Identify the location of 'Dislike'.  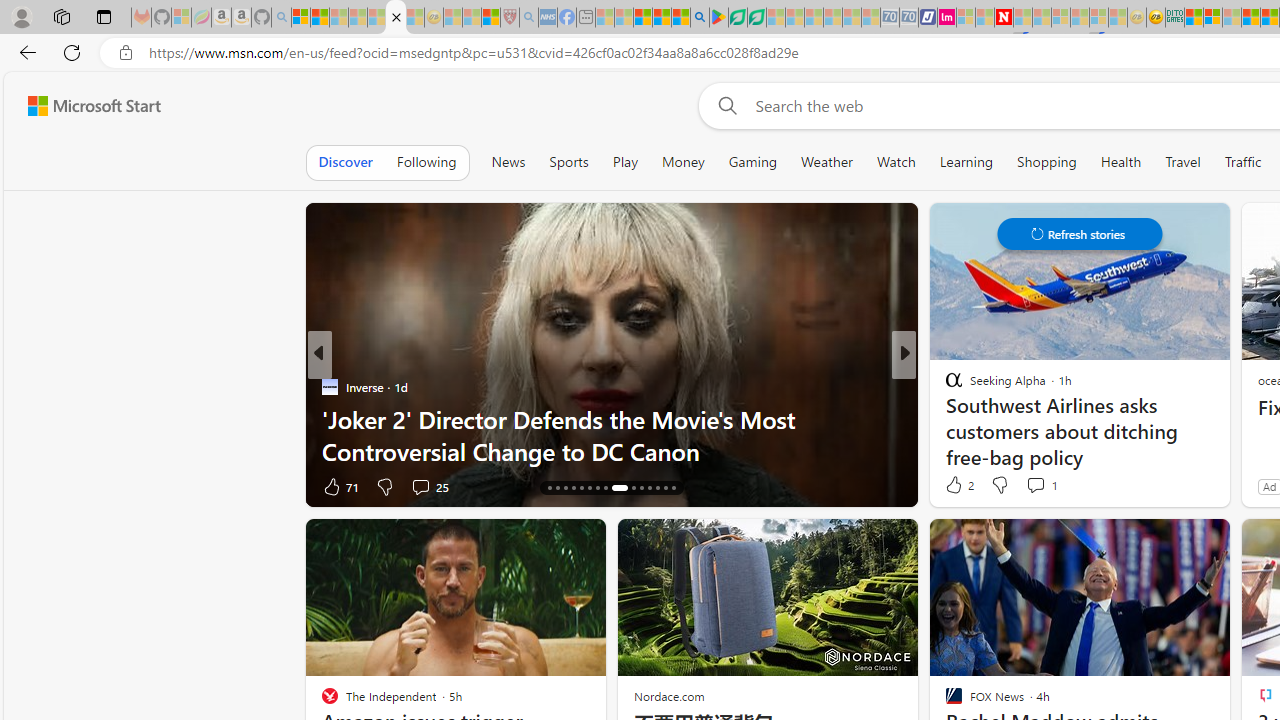
(999, 484).